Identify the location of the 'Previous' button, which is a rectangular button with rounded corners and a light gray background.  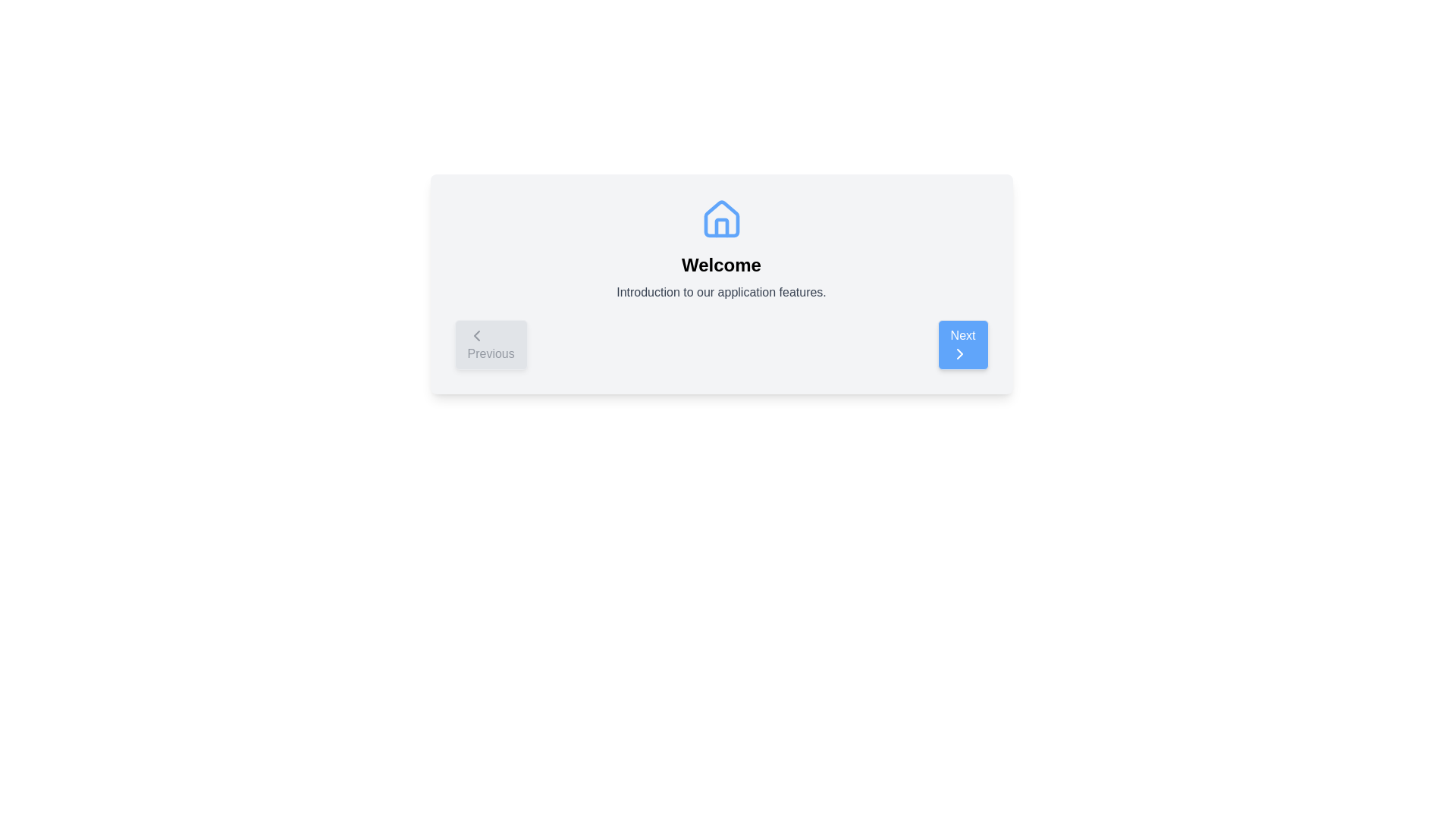
(491, 345).